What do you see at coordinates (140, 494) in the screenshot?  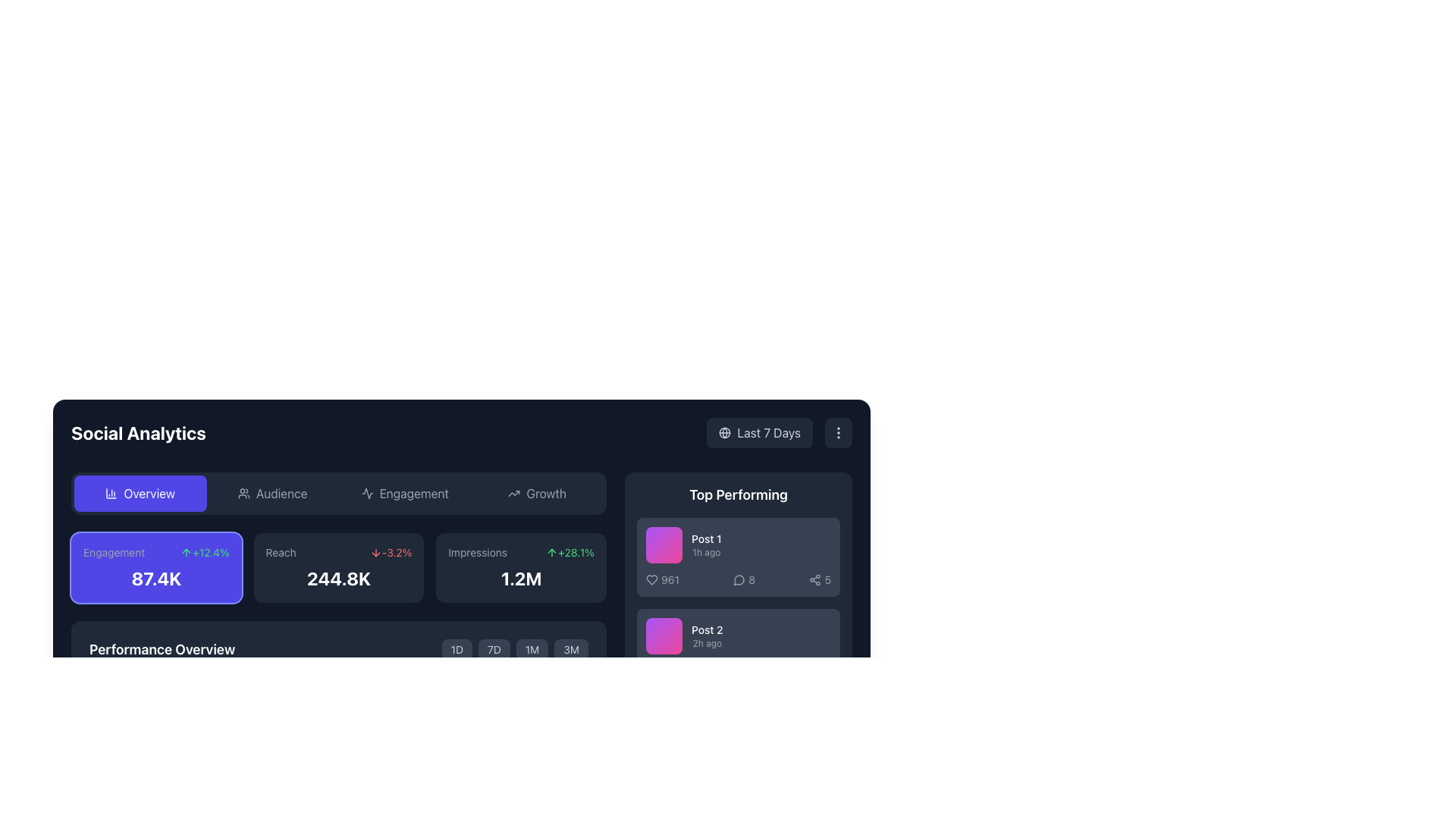 I see `the first navigation button at the top of the interface` at bounding box center [140, 494].